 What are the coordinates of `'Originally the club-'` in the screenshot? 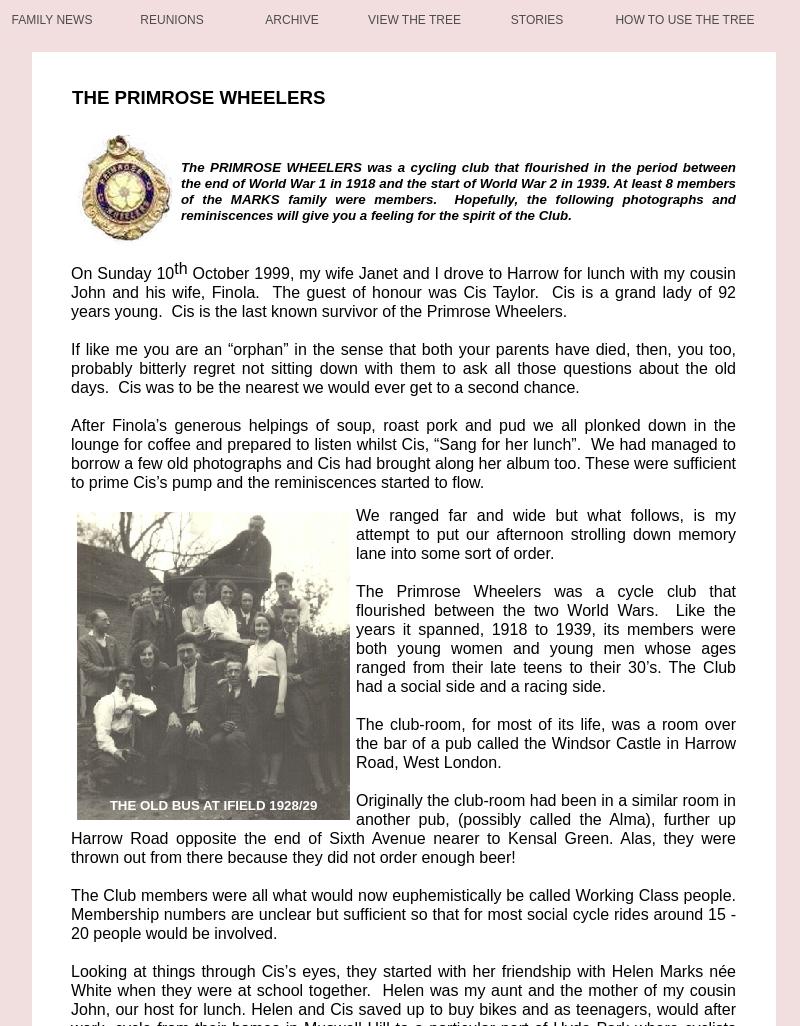 It's located at (422, 799).